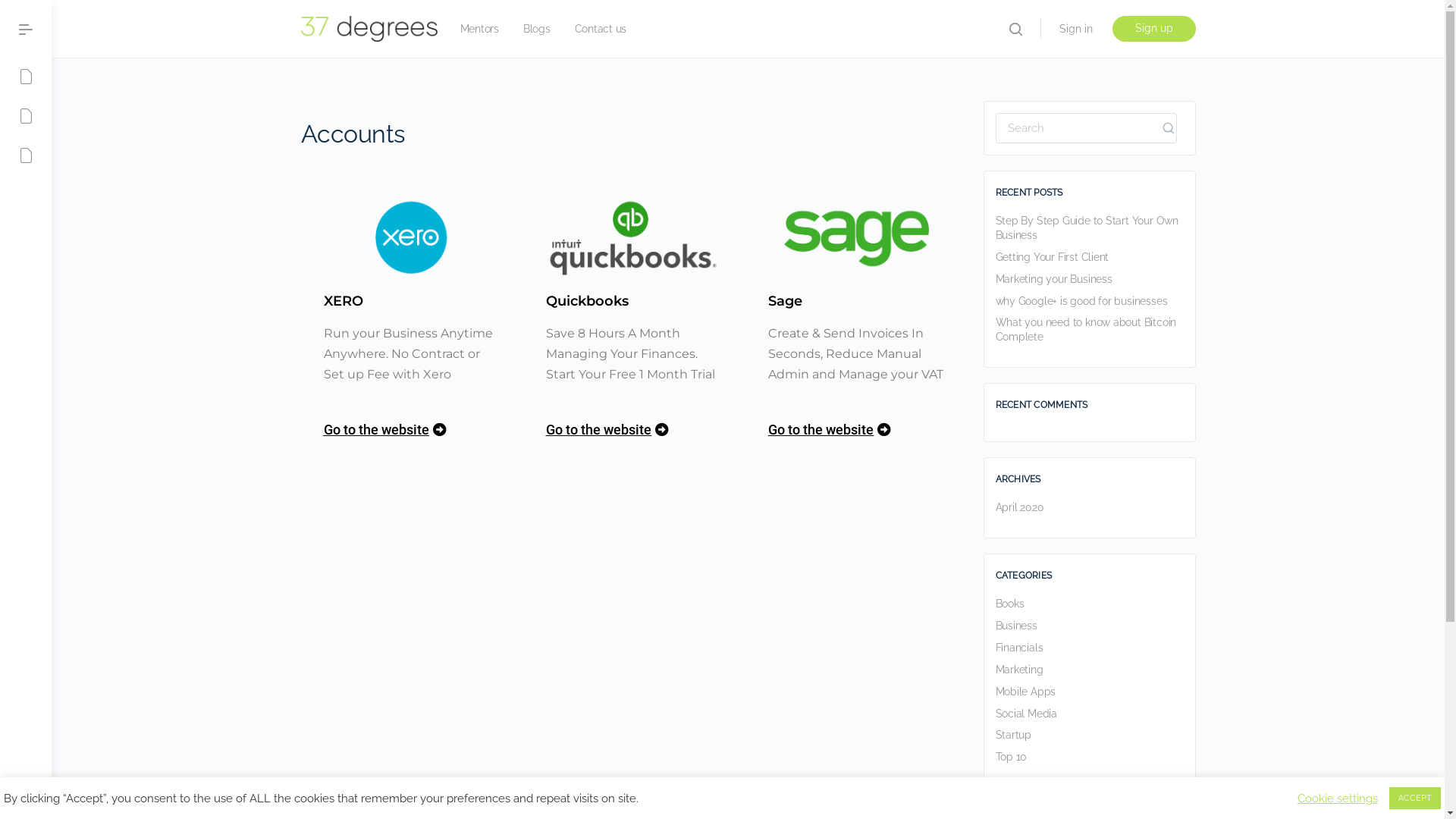 The image size is (1456, 819). What do you see at coordinates (600, 29) in the screenshot?
I see `'Contact us'` at bounding box center [600, 29].